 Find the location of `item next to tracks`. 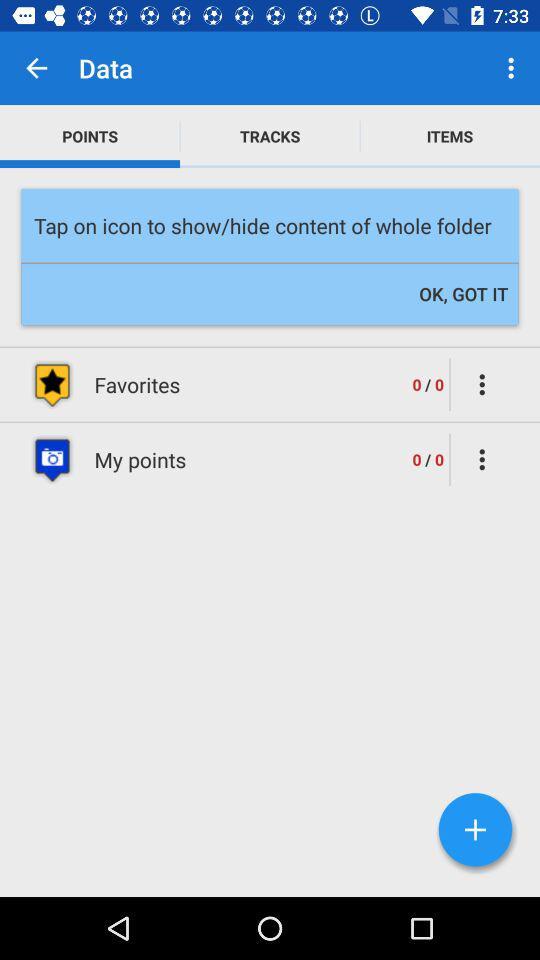

item next to tracks is located at coordinates (449, 135).